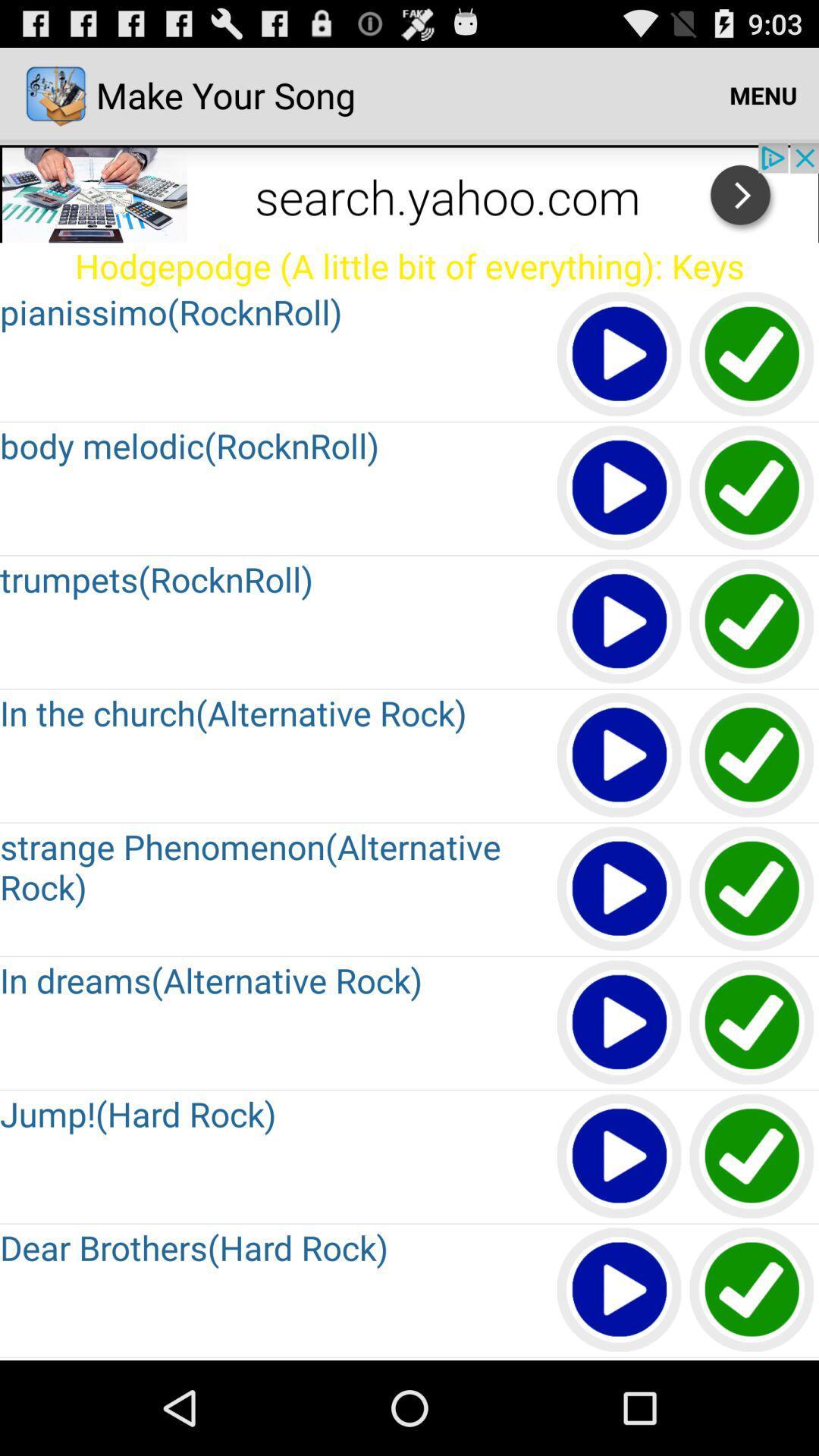 The height and width of the screenshot is (1456, 819). Describe the element at coordinates (620, 1290) in the screenshot. I see `page` at that location.